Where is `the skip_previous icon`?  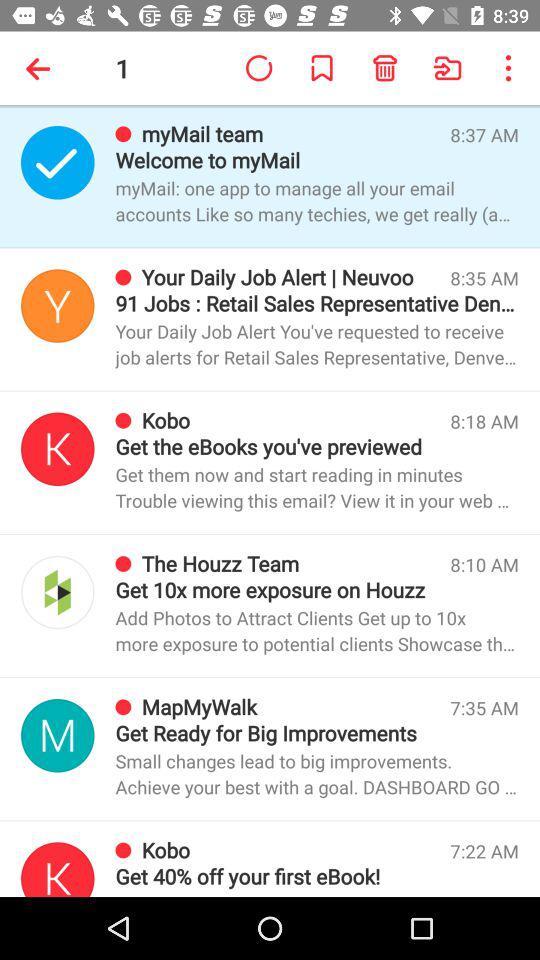
the skip_previous icon is located at coordinates (57, 449).